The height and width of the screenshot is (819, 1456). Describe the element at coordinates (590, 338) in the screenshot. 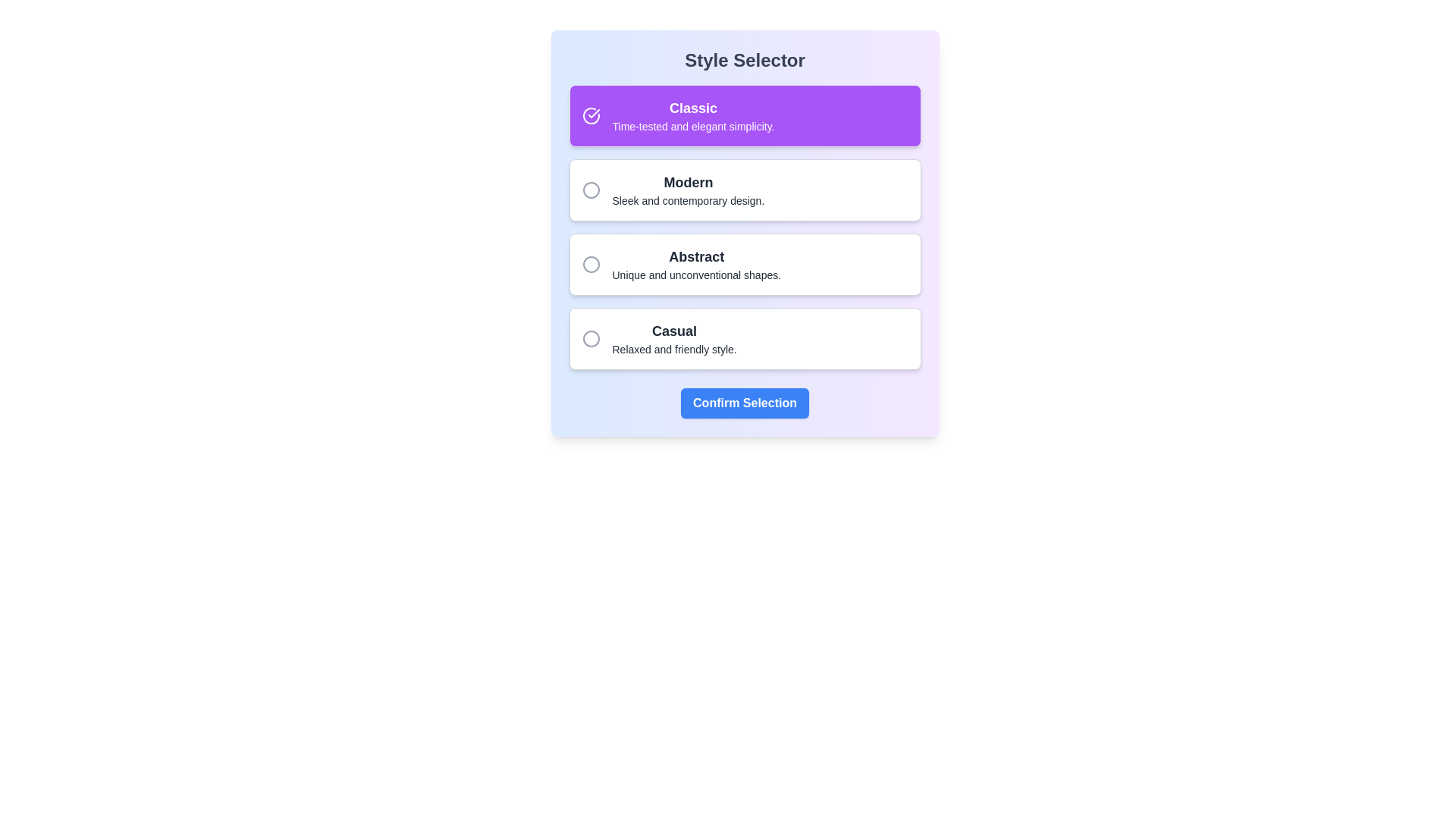

I see `the 'Casual' style radio button in the 'Style Selector' section` at that location.